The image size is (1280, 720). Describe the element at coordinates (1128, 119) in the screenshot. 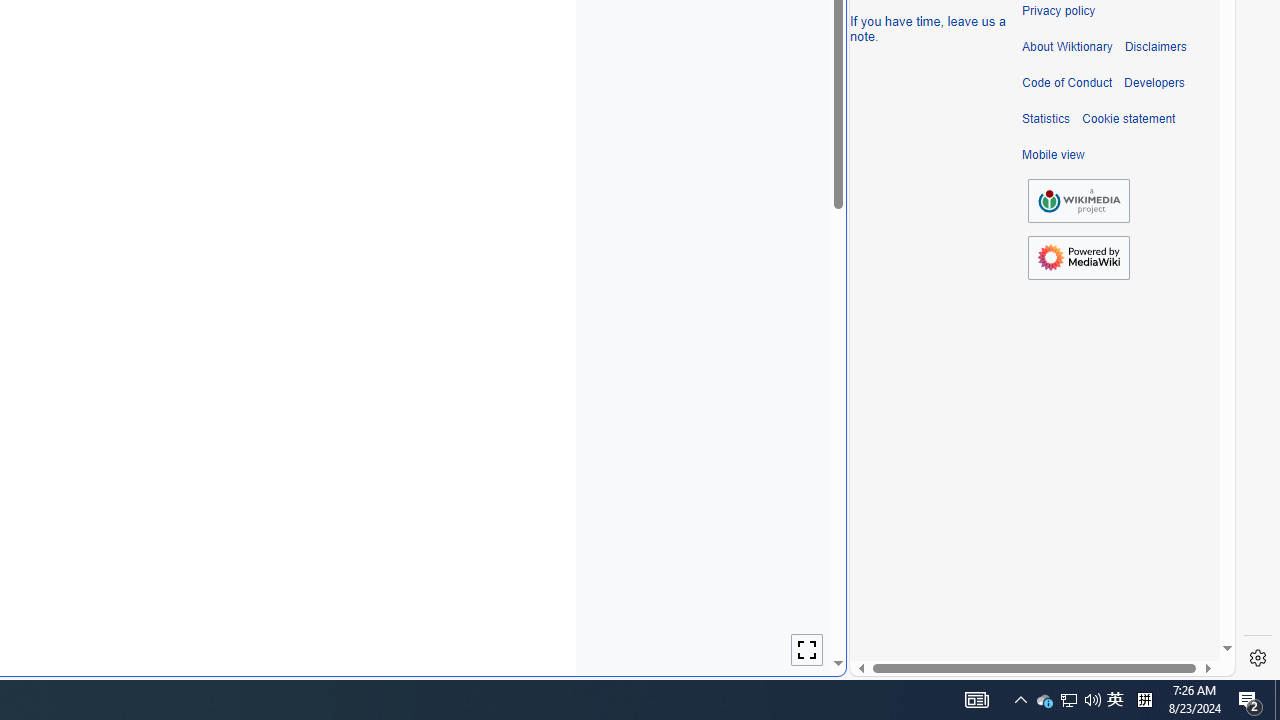

I see `'Cookie statement'` at that location.